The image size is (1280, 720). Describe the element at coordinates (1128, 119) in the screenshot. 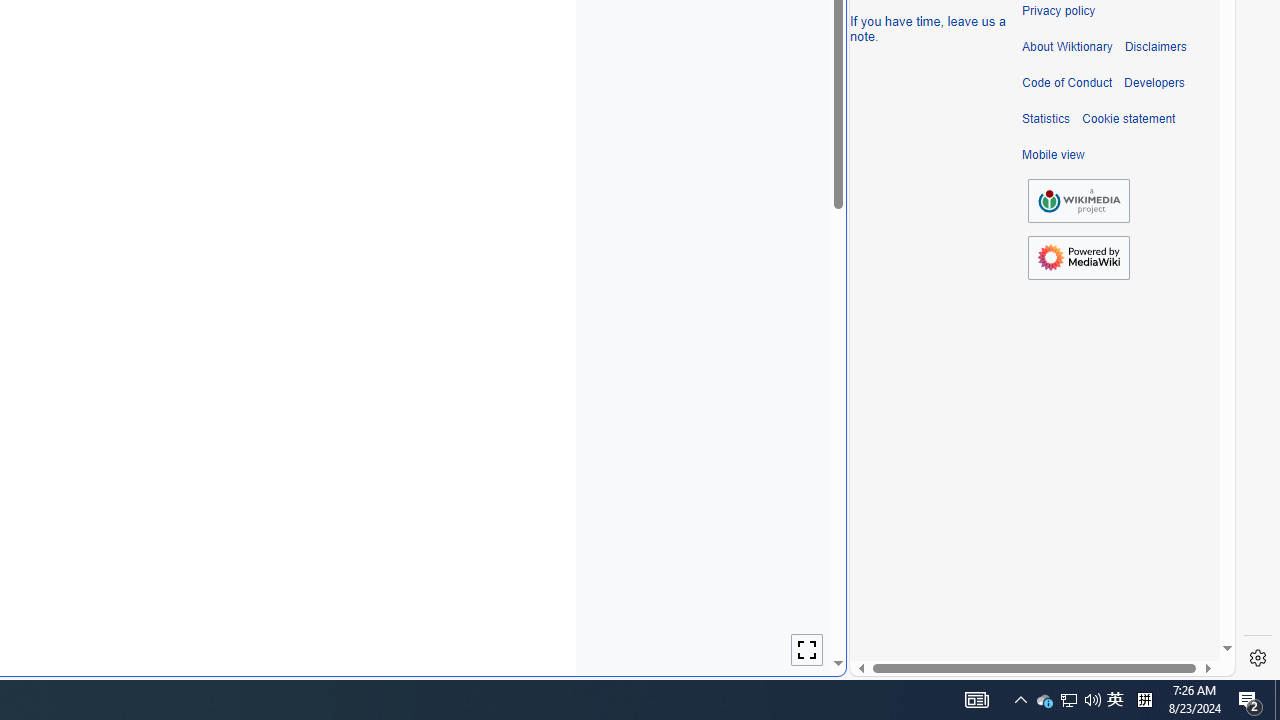

I see `'Cookie statement'` at that location.